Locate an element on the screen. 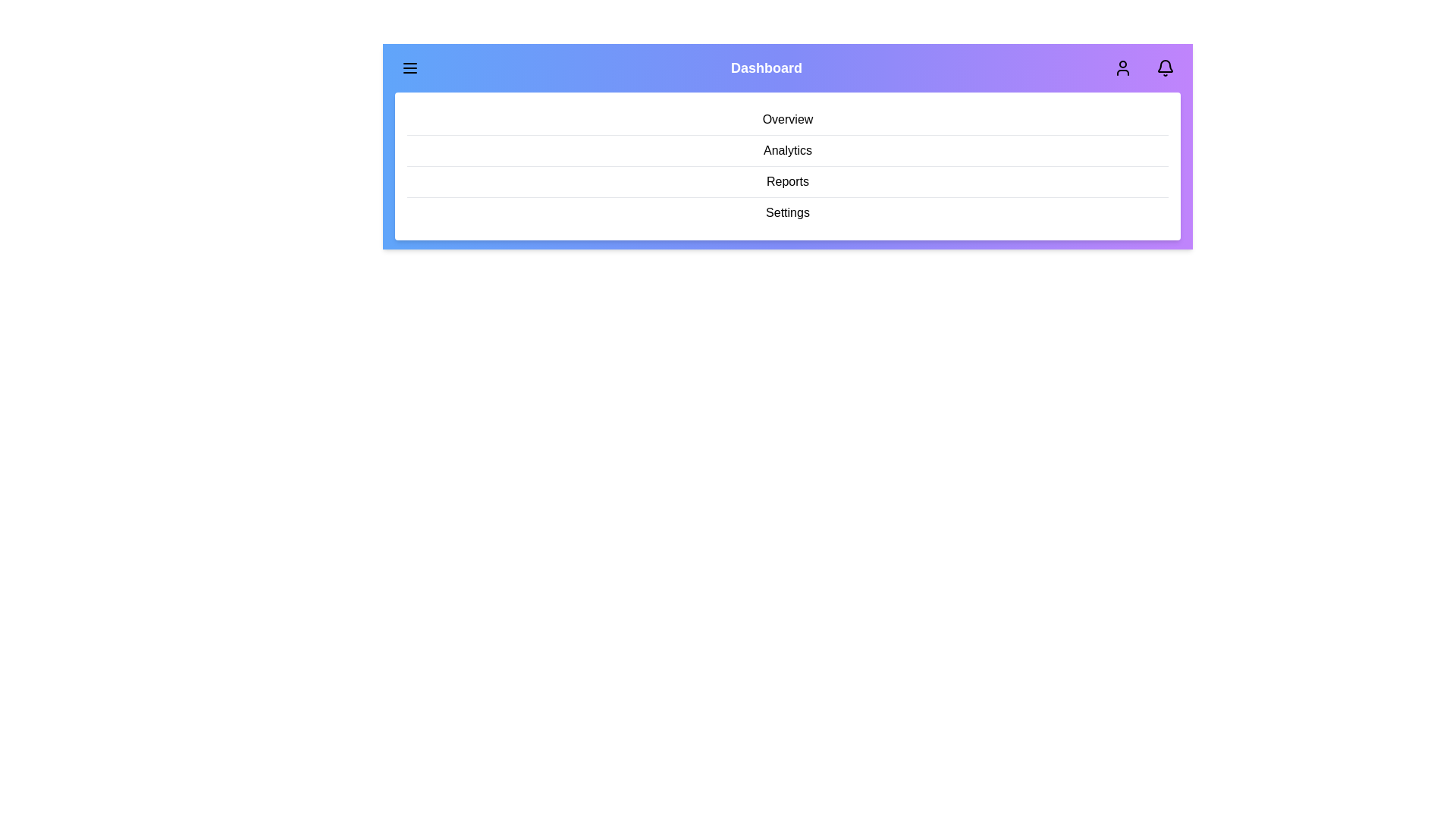  the 'User' icon in the app bar is located at coordinates (1123, 67).